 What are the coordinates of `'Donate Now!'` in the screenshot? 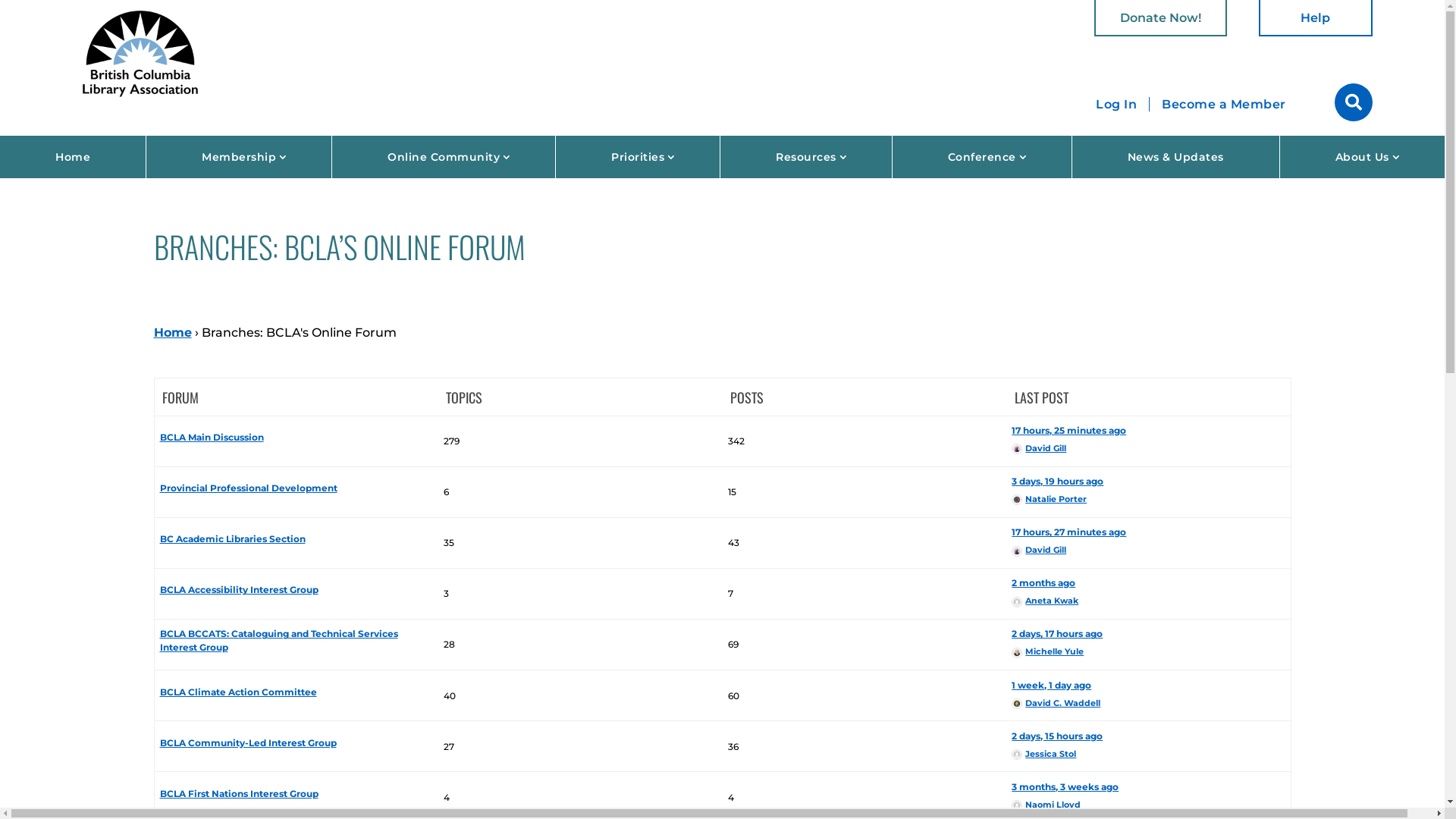 It's located at (1159, 17).